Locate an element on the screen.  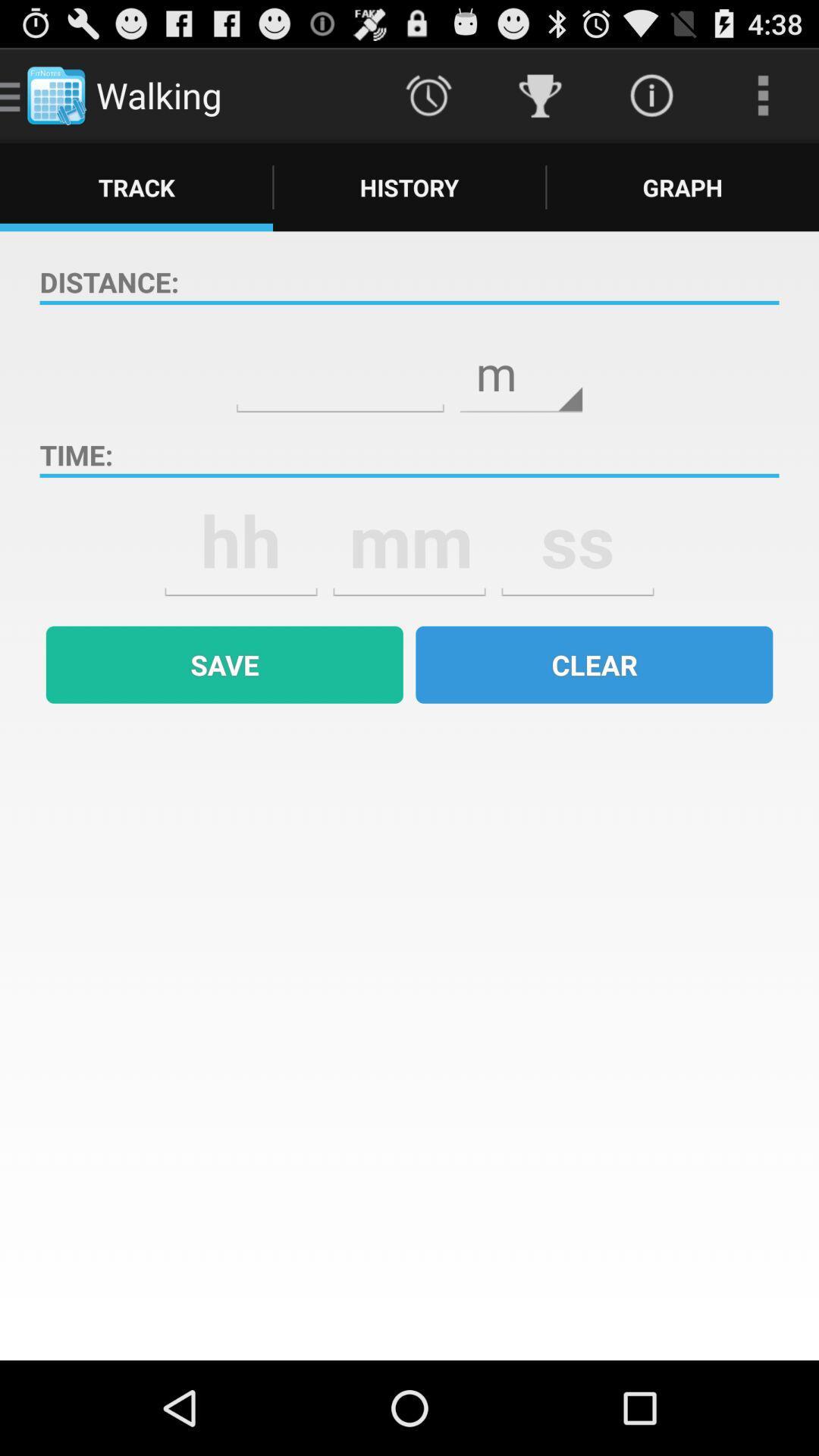
seconds is located at coordinates (578, 541).